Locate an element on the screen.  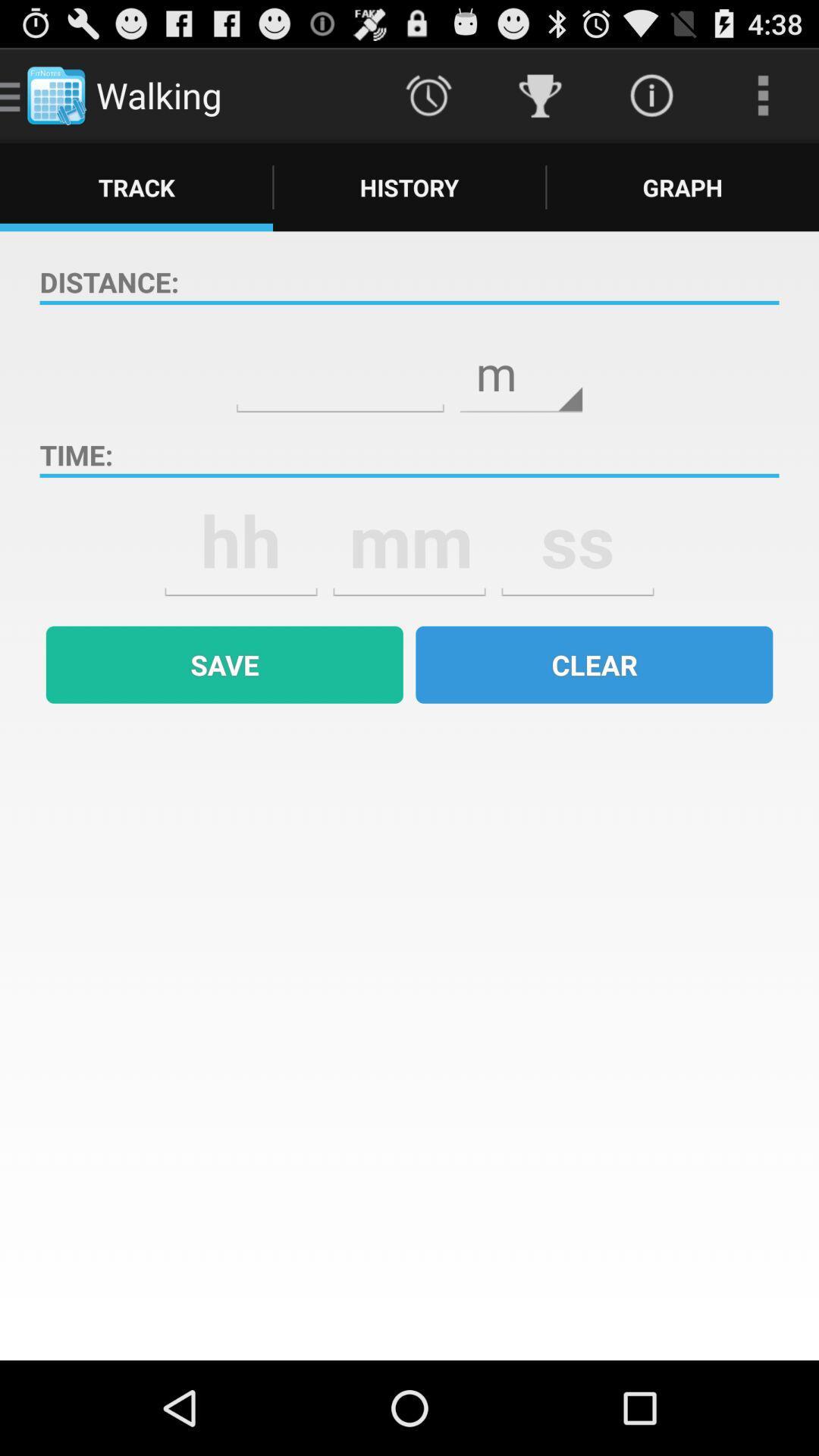
seconds is located at coordinates (578, 541).